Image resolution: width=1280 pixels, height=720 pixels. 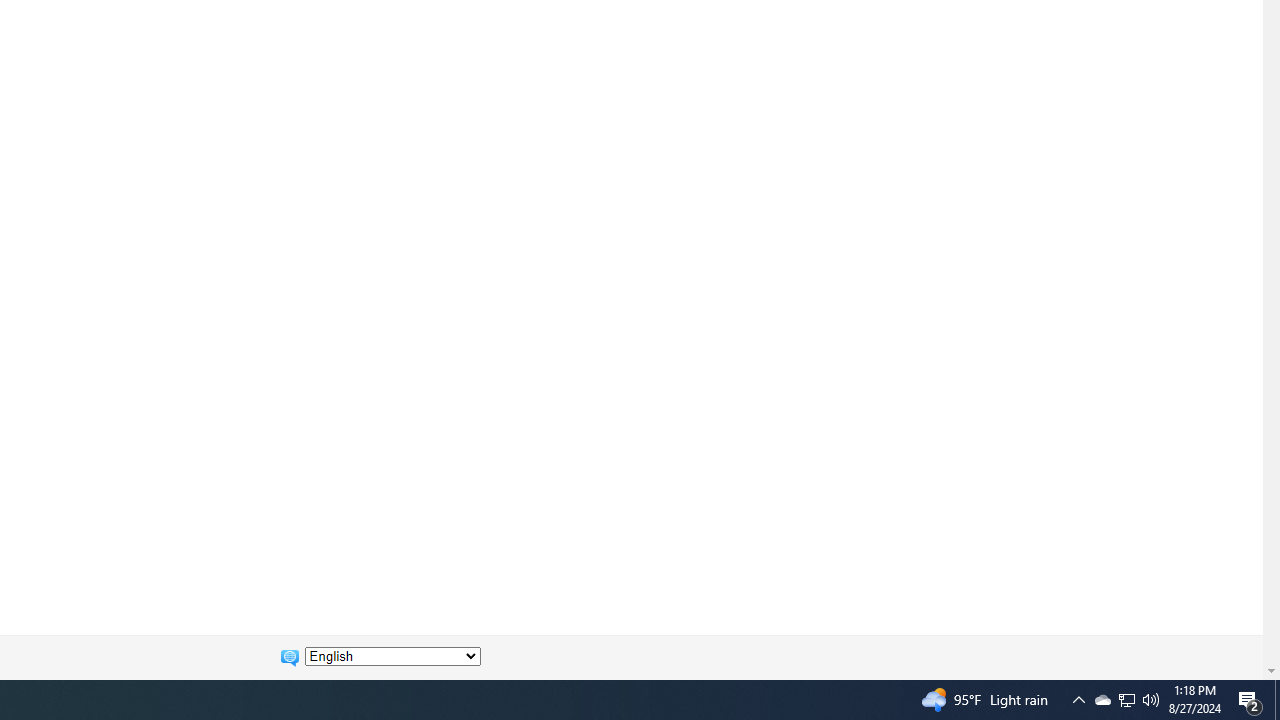 I want to click on 'Change language:', so click(x=392, y=656).